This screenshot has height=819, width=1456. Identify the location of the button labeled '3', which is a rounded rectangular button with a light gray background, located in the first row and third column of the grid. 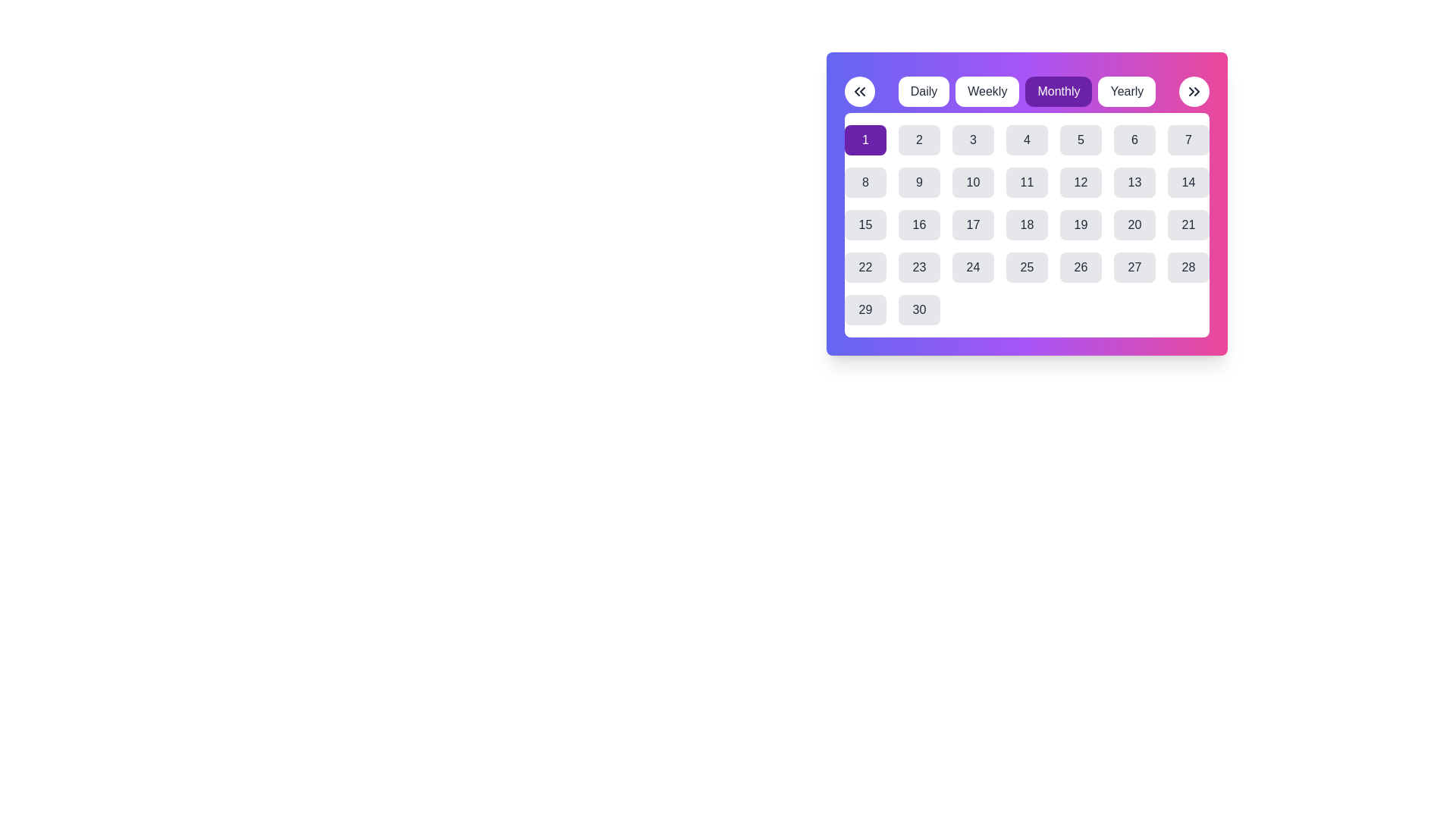
(973, 140).